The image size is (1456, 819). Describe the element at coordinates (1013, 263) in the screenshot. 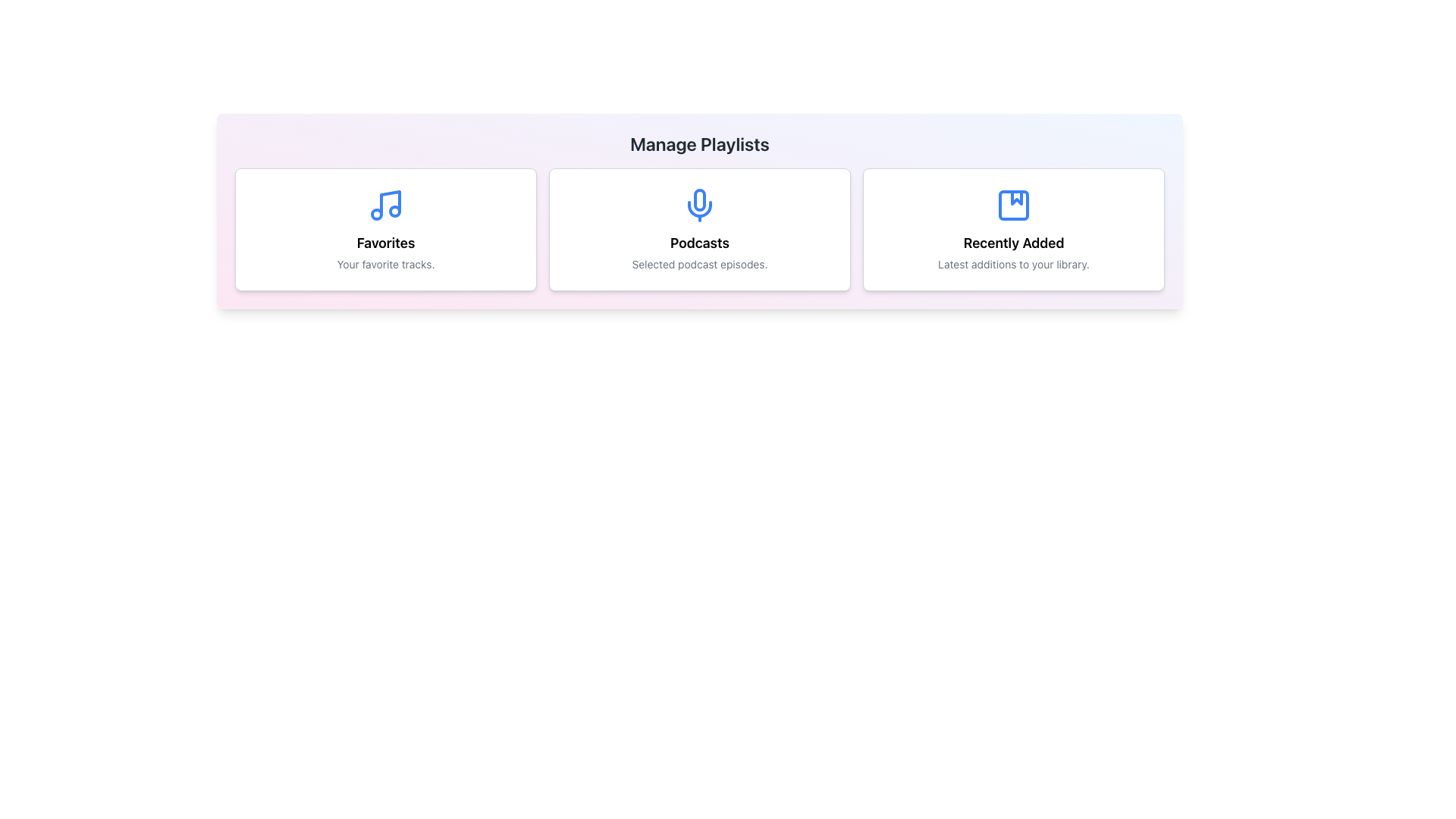

I see `the descriptive text element located within the bottom portion of the 'Recently Added' card, which provides additional information about the card's functionality` at that location.